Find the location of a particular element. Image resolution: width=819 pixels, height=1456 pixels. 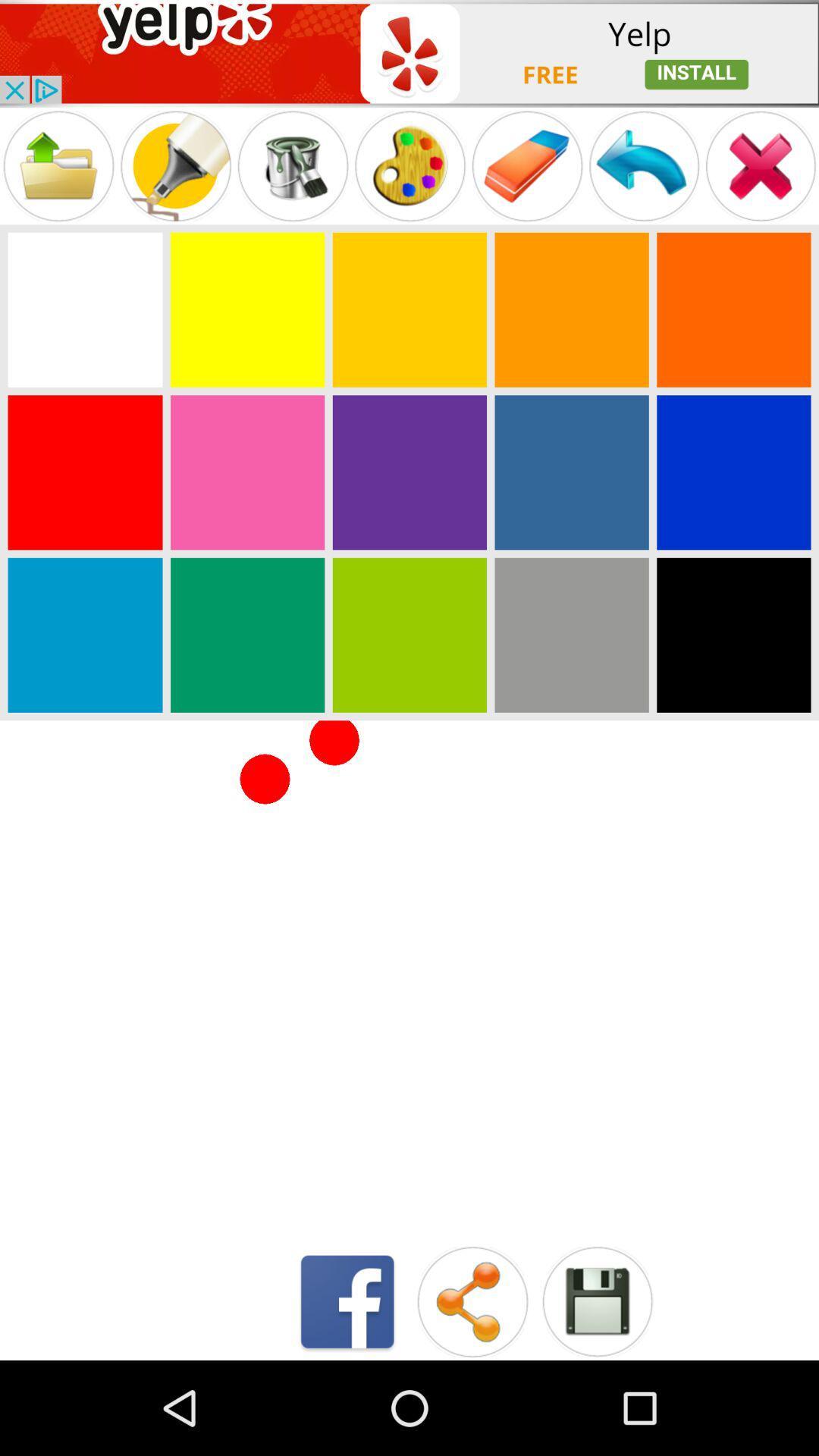

game colour page is located at coordinates (572, 472).